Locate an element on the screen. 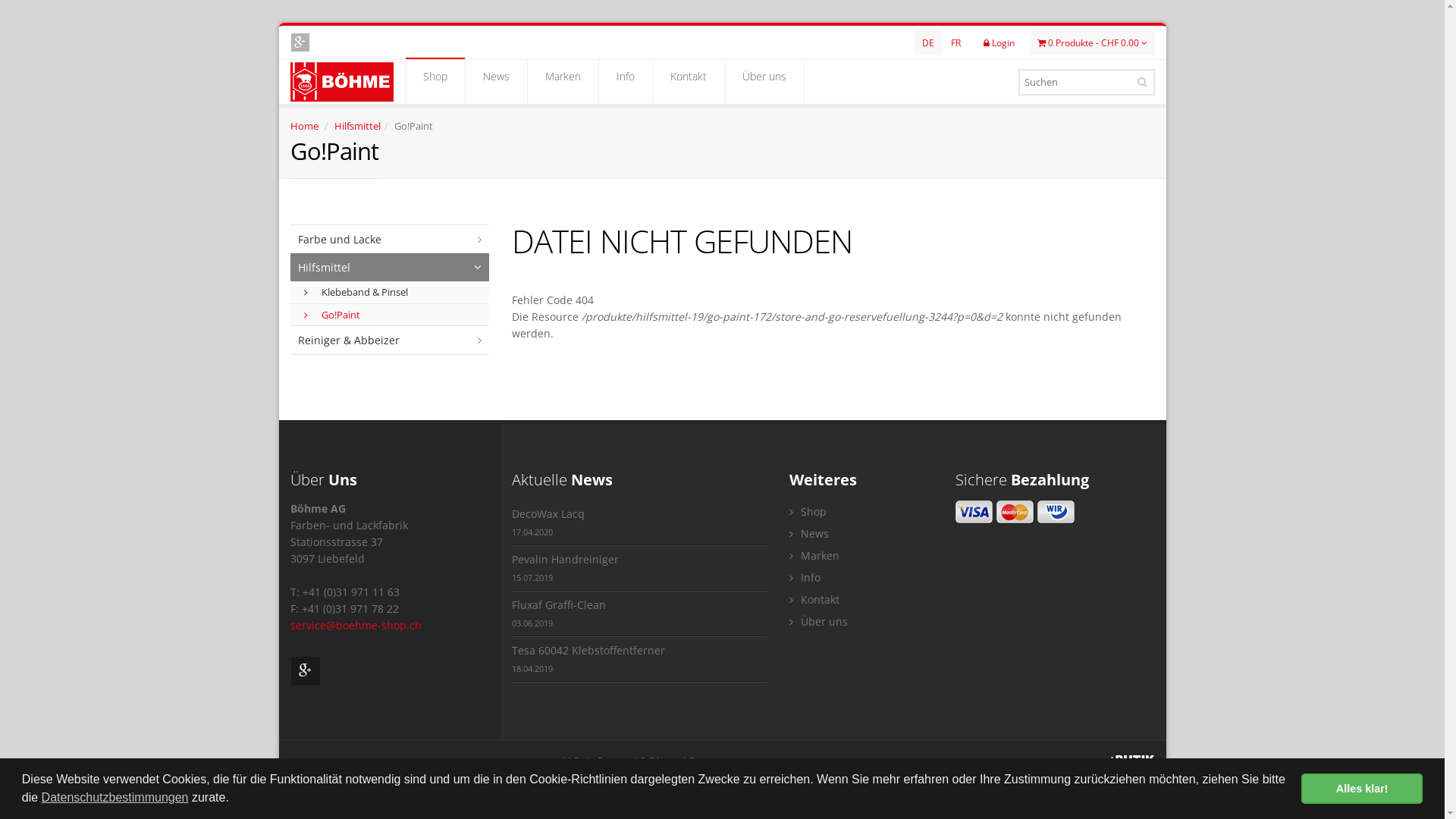  'Reiniger & Abbeizer' is located at coordinates (389, 339).